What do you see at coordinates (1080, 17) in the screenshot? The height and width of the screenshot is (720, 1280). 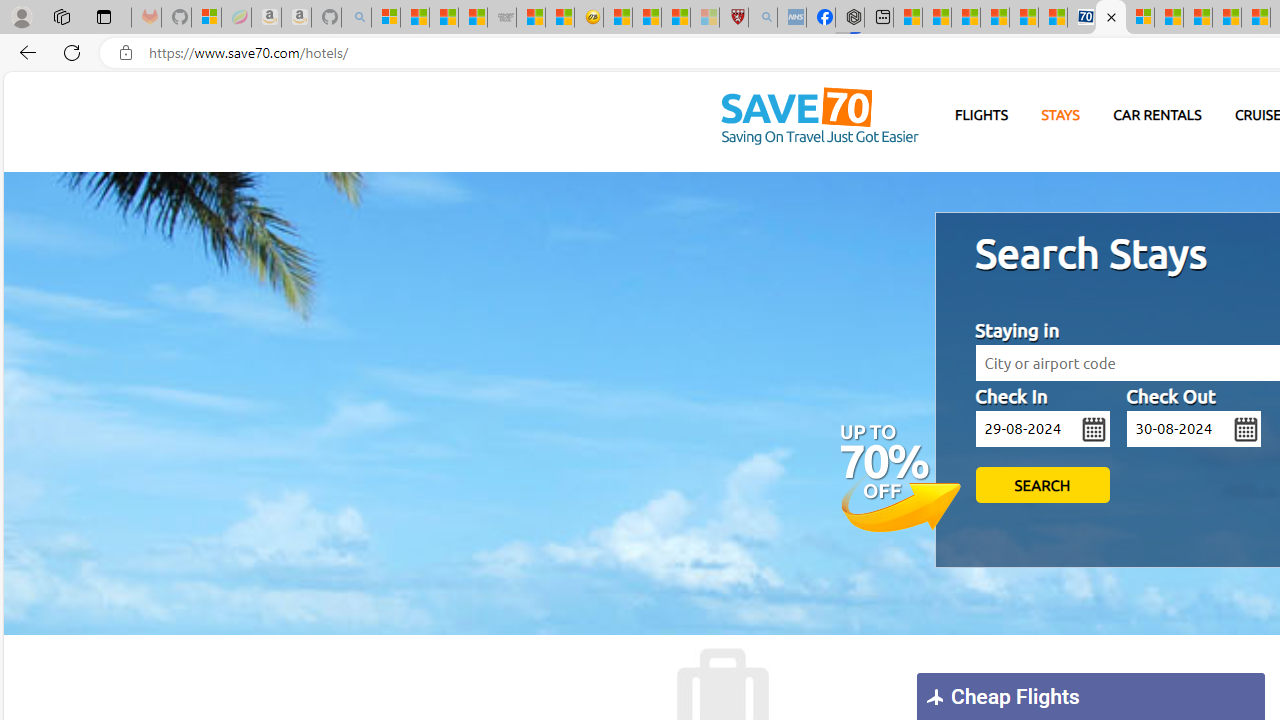 I see `'Cheap Car Rentals - Save70.com'` at bounding box center [1080, 17].